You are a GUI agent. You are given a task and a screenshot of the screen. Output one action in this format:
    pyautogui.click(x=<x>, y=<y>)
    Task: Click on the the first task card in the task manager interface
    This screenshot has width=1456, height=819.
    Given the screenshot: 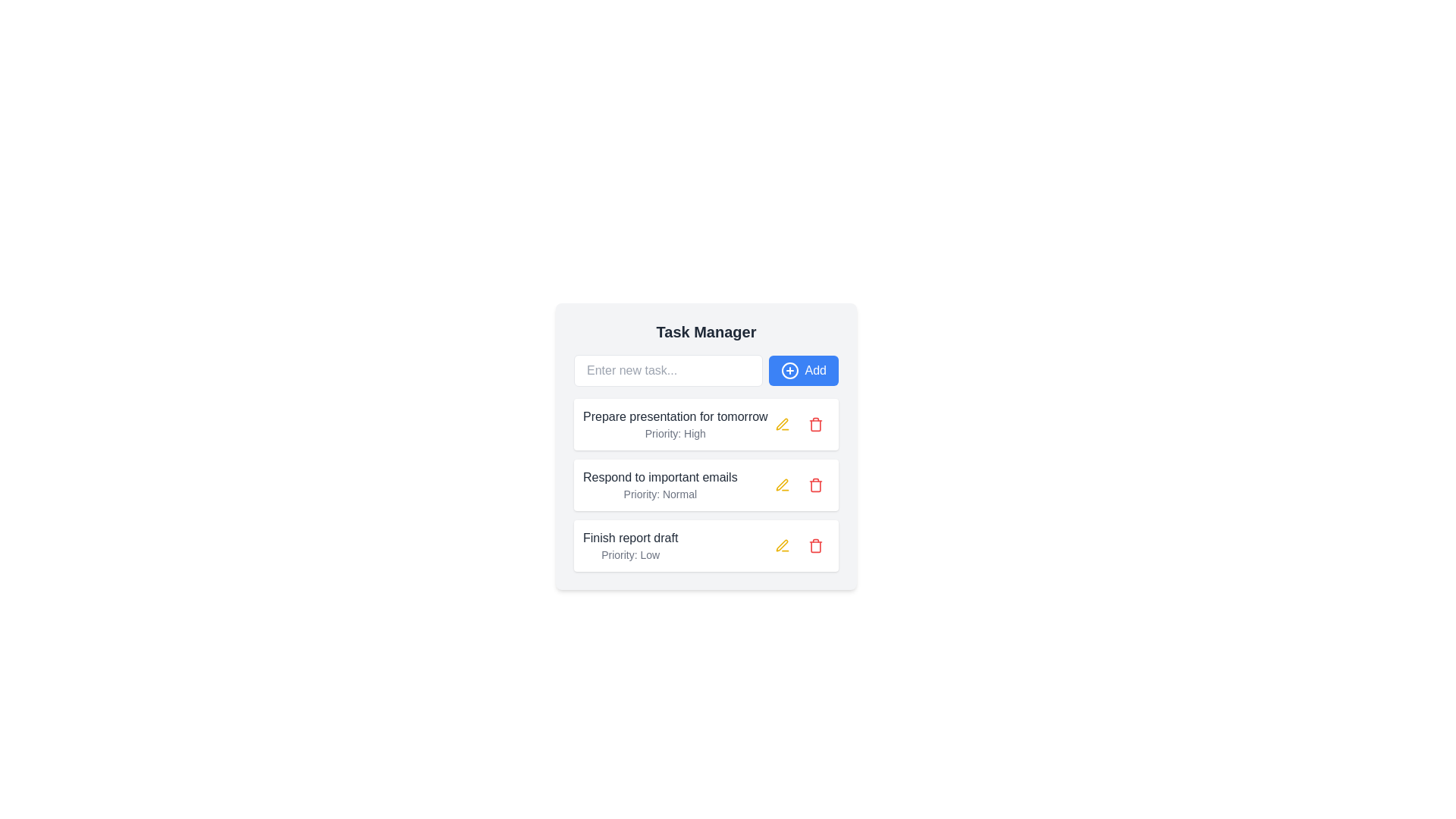 What is the action you would take?
    pyautogui.click(x=705, y=446)
    